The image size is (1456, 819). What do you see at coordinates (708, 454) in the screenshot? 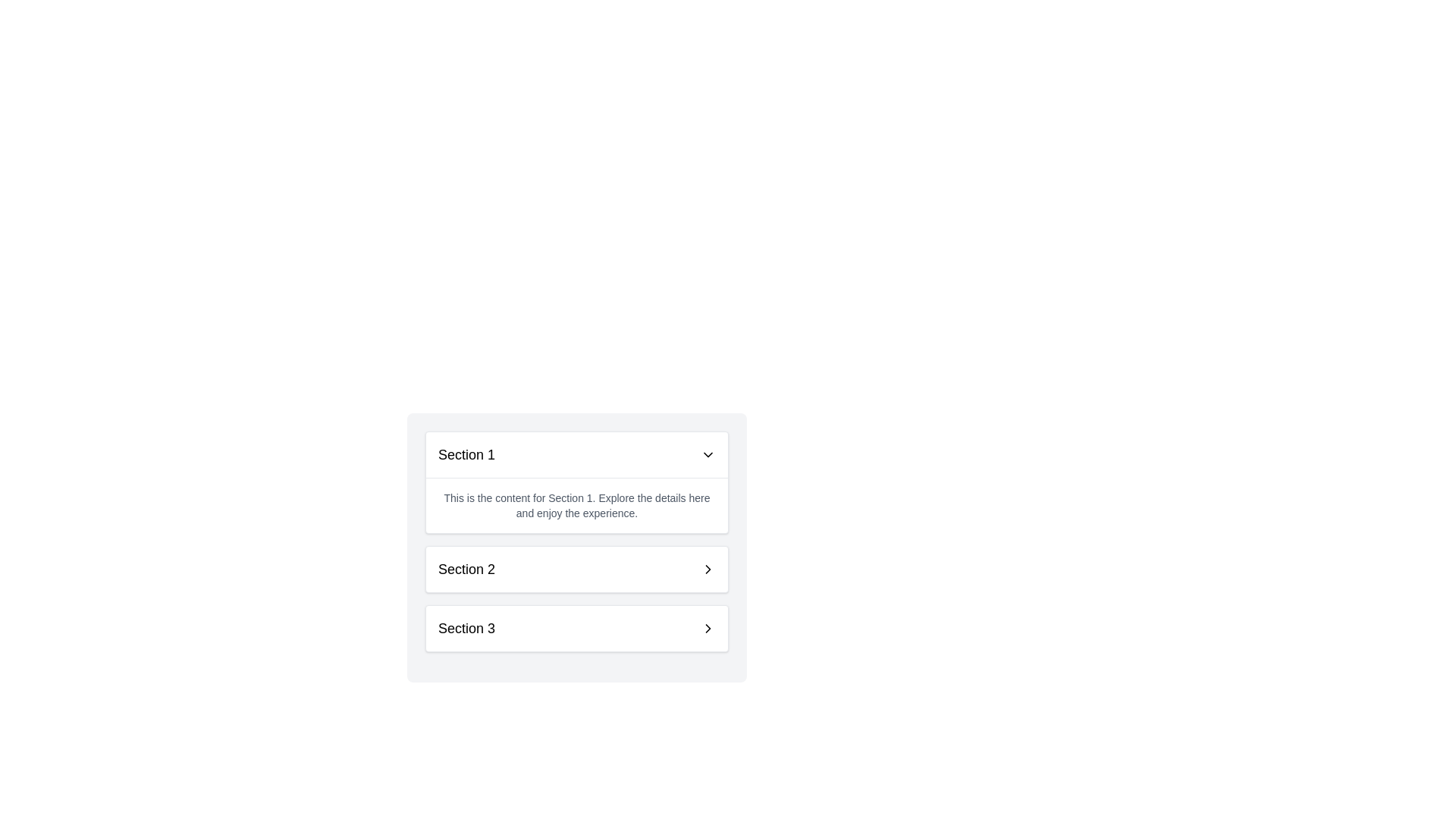
I see `the downward-pointing chevron arrow icon located at the far-right edge of the header labeled 'Section 1'` at bounding box center [708, 454].